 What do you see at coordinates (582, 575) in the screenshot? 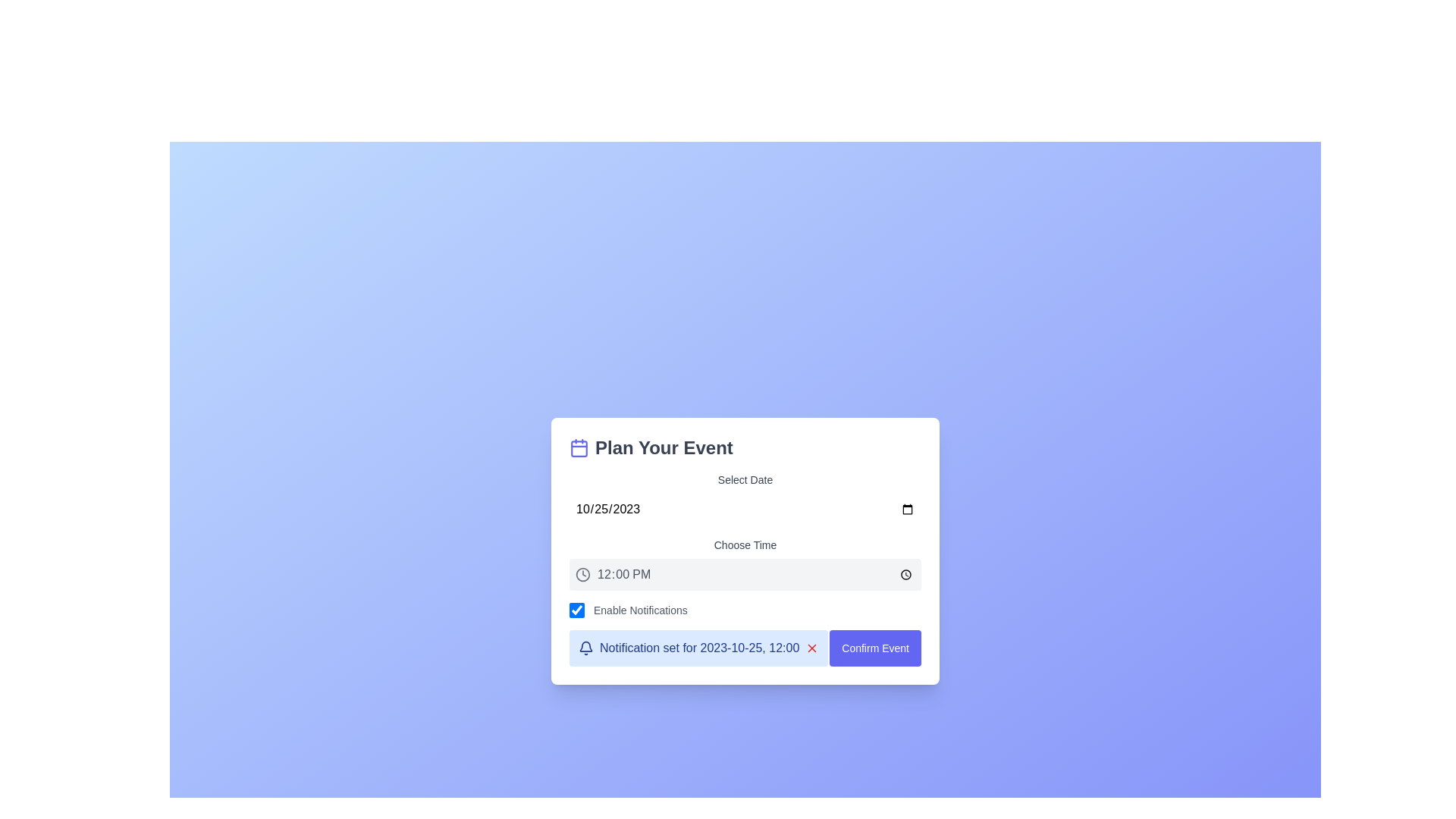
I see `the circular component located within the clock-like icon, which is in the lower-right section of the 'Plan Your Event' modal, near the '12:00 PM' time display` at bounding box center [582, 575].